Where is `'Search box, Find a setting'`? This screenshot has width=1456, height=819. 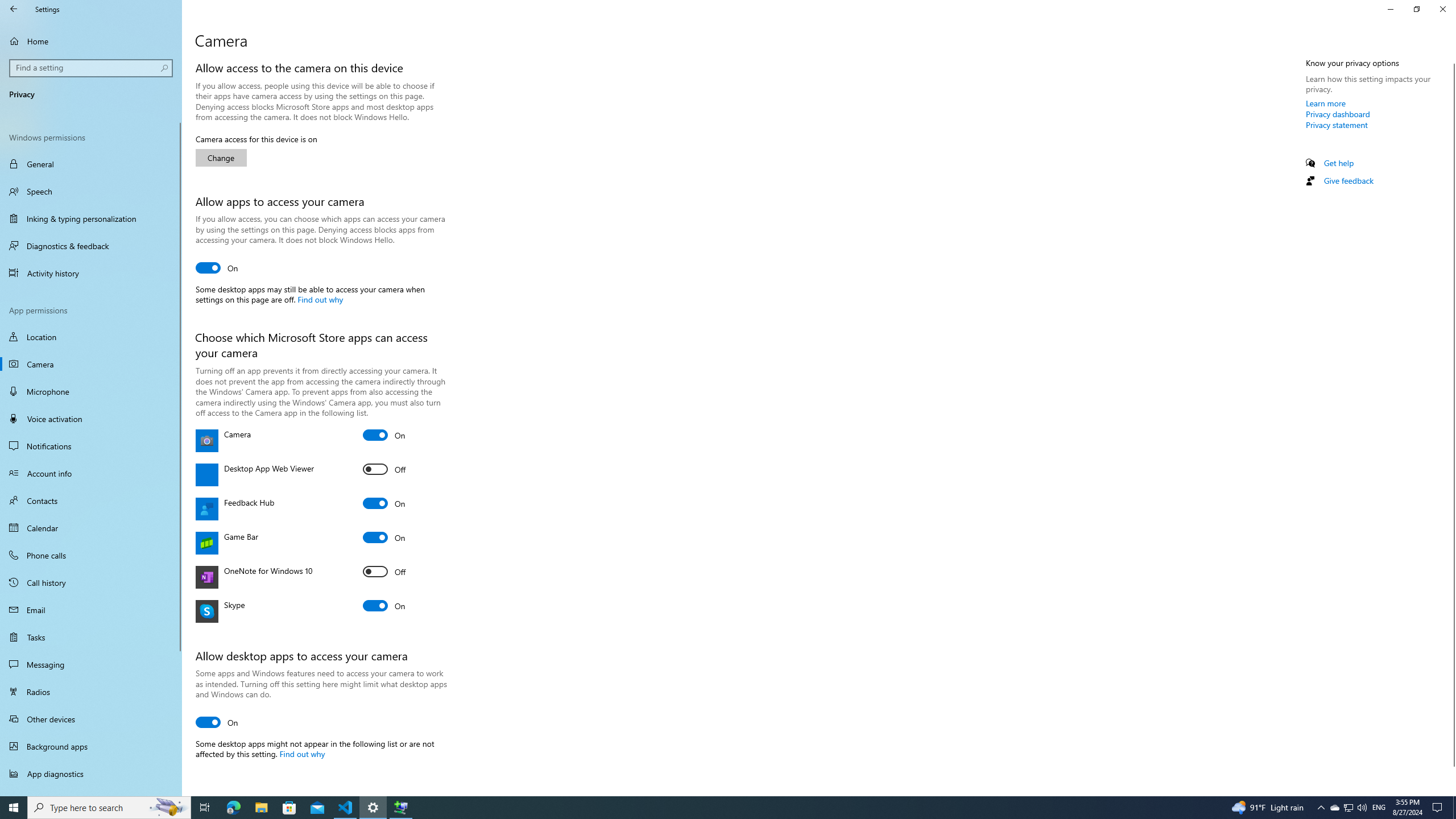
'Search box, Find a setting' is located at coordinates (91, 67).